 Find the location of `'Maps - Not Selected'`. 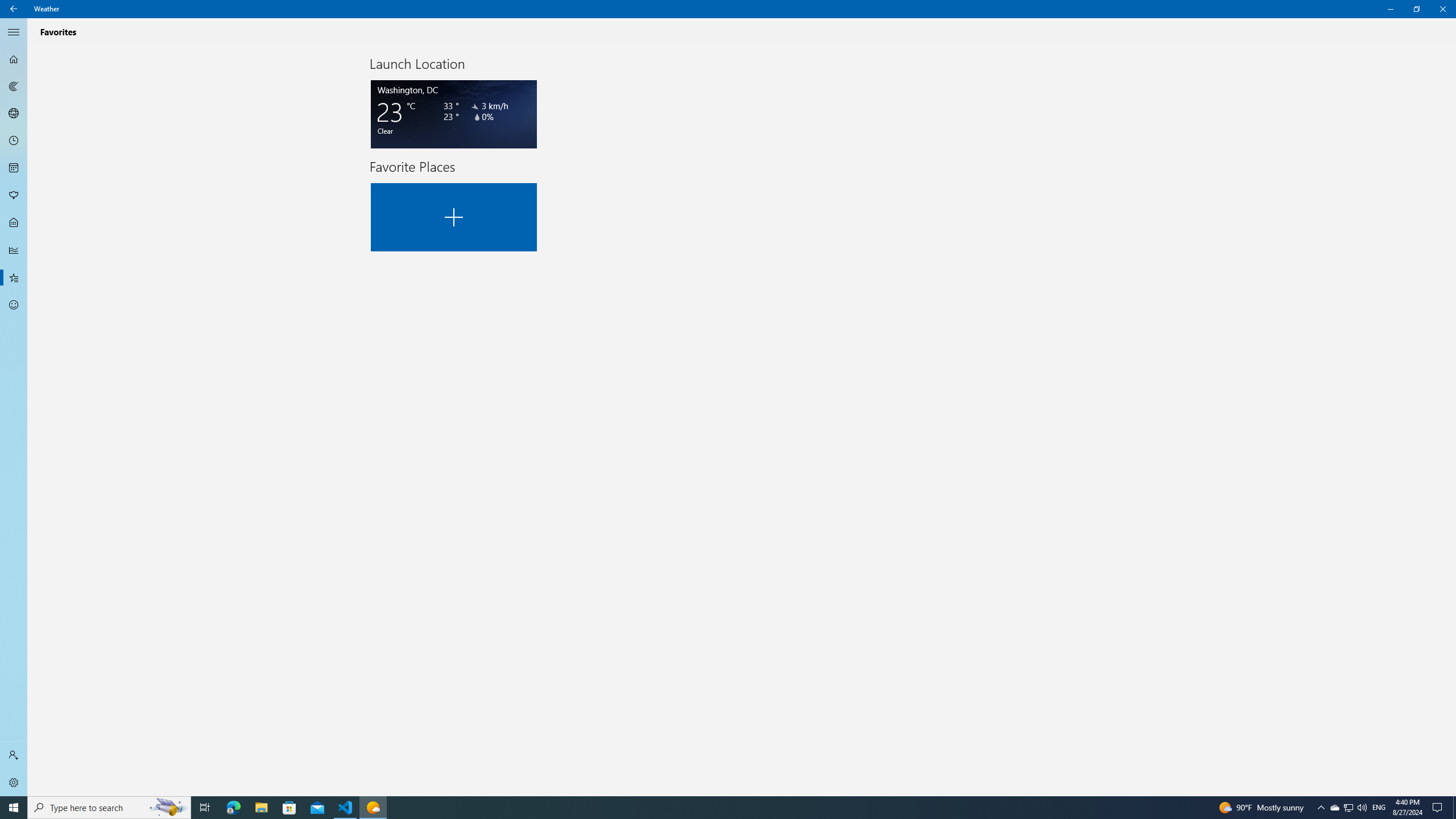

'Maps - Not Selected' is located at coordinates (14, 85).